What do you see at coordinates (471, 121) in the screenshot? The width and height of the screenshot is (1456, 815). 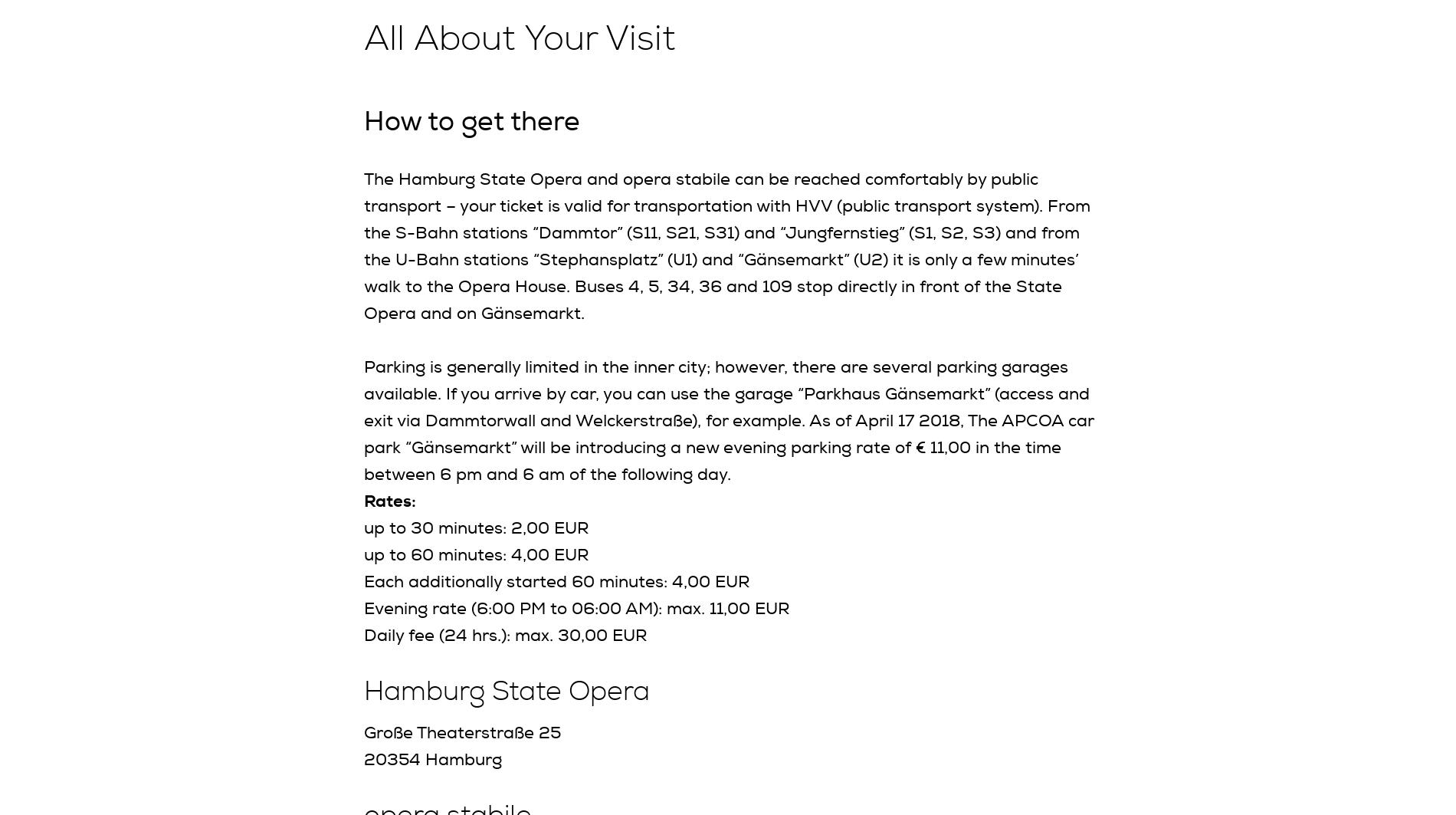 I see `'How to get there'` at bounding box center [471, 121].